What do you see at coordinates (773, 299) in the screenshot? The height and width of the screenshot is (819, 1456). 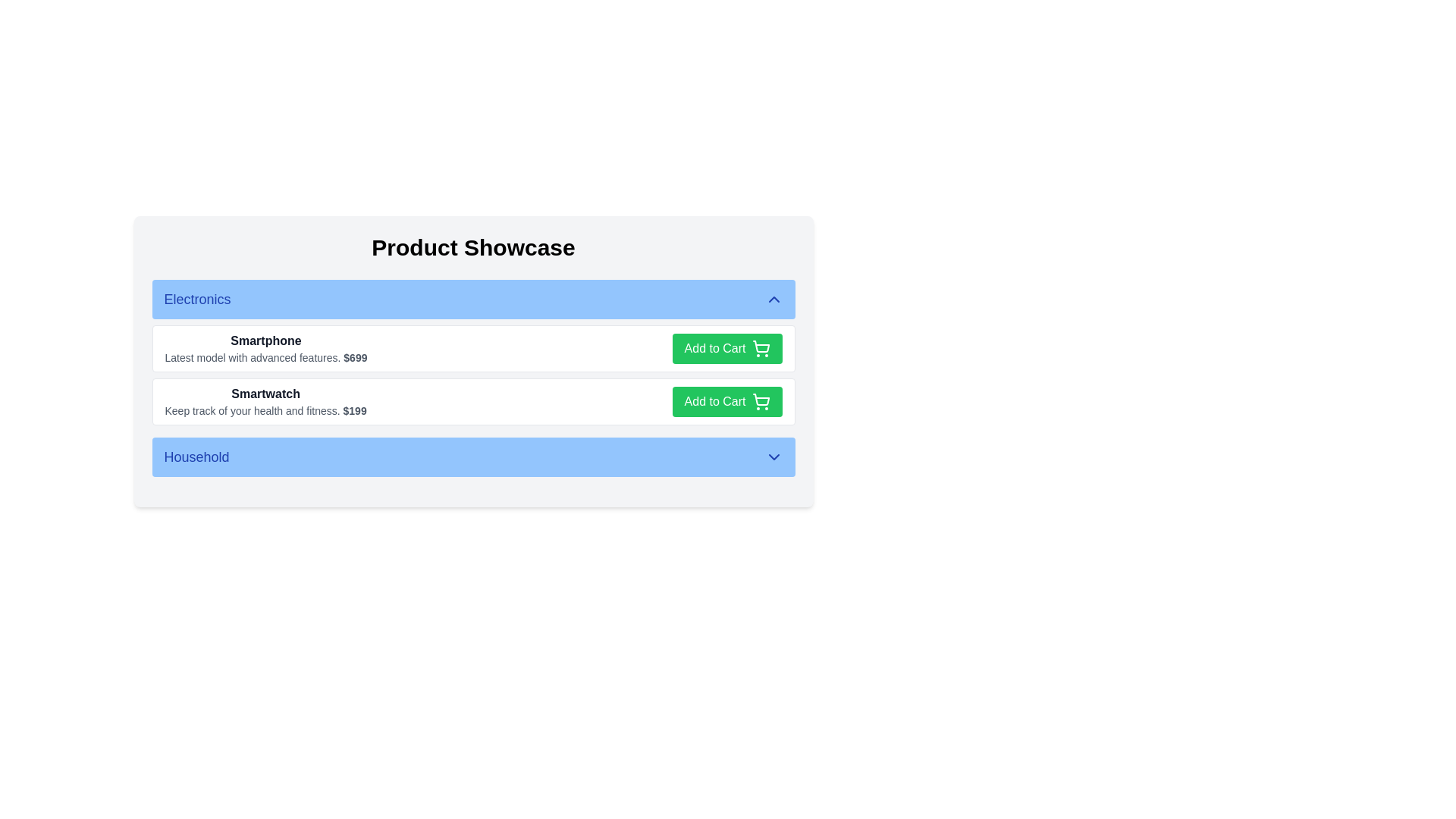 I see `the Chevron Up icon located at the right side of the header labeled 'Electronics'` at bounding box center [773, 299].